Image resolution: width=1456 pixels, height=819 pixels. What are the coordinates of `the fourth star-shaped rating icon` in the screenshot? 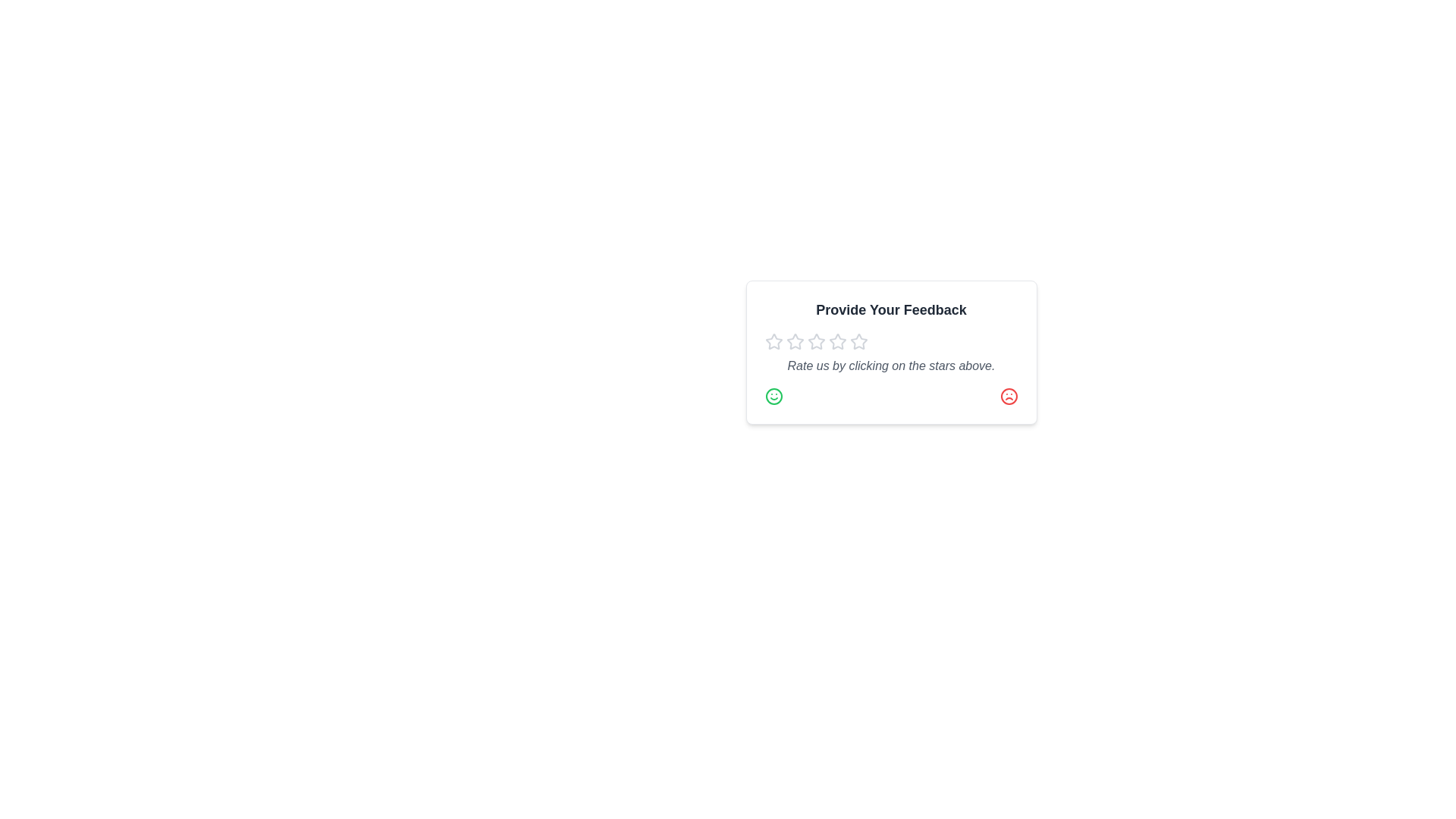 It's located at (836, 342).